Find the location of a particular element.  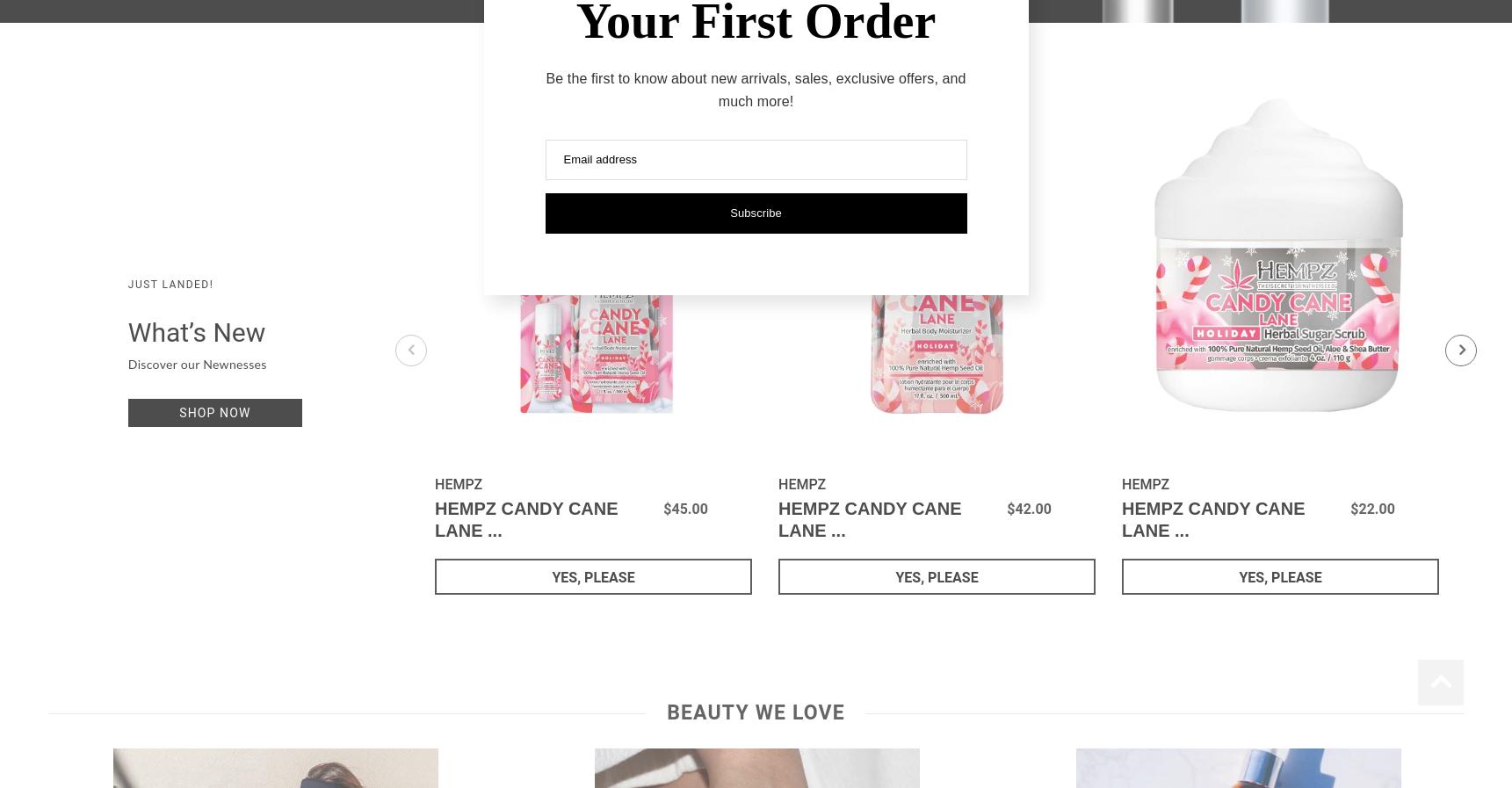

'$45.00' is located at coordinates (684, 509).